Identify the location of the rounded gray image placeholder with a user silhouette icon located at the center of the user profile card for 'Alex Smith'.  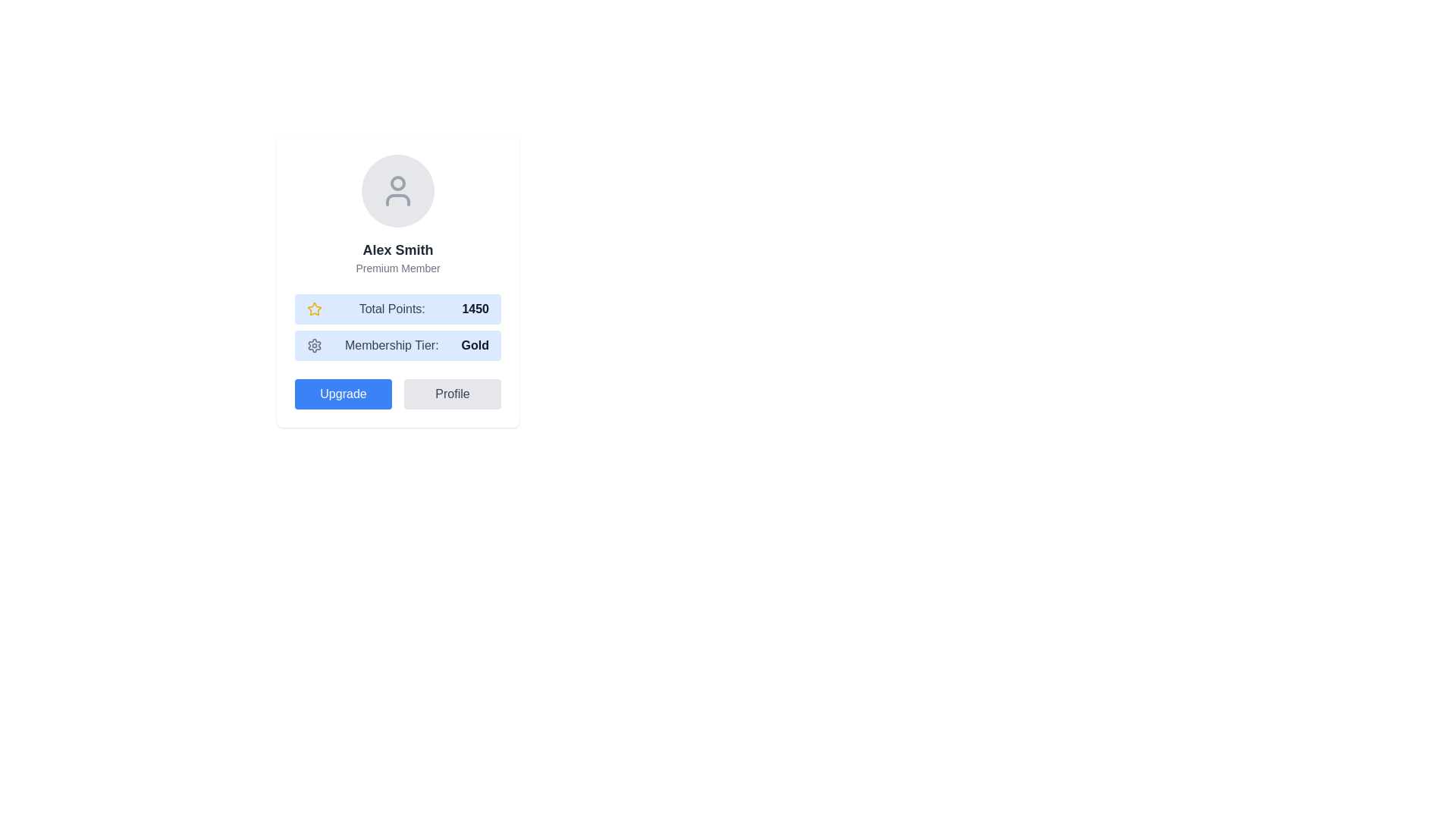
(397, 190).